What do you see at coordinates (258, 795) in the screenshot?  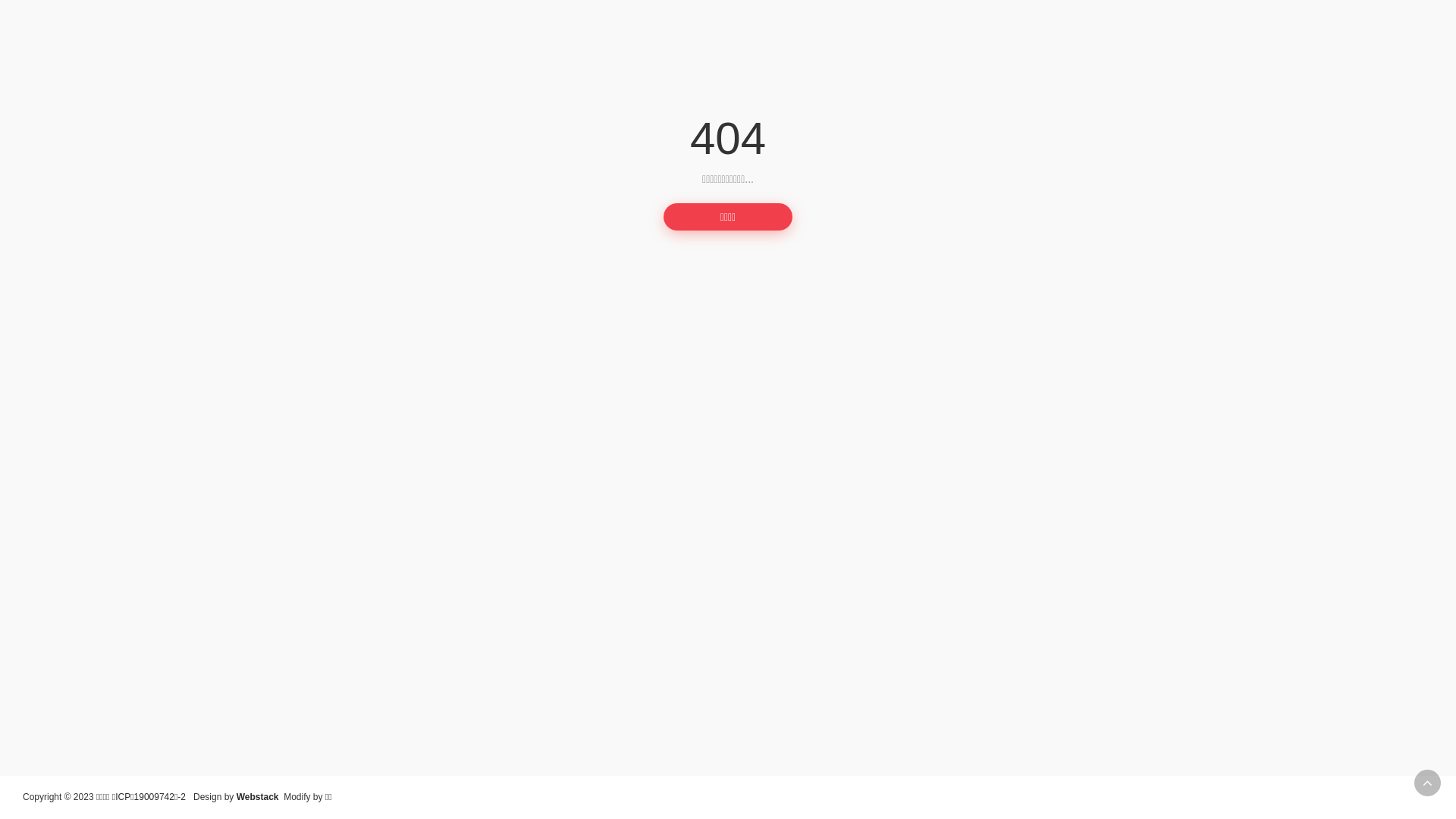 I see `'Webstack'` at bounding box center [258, 795].